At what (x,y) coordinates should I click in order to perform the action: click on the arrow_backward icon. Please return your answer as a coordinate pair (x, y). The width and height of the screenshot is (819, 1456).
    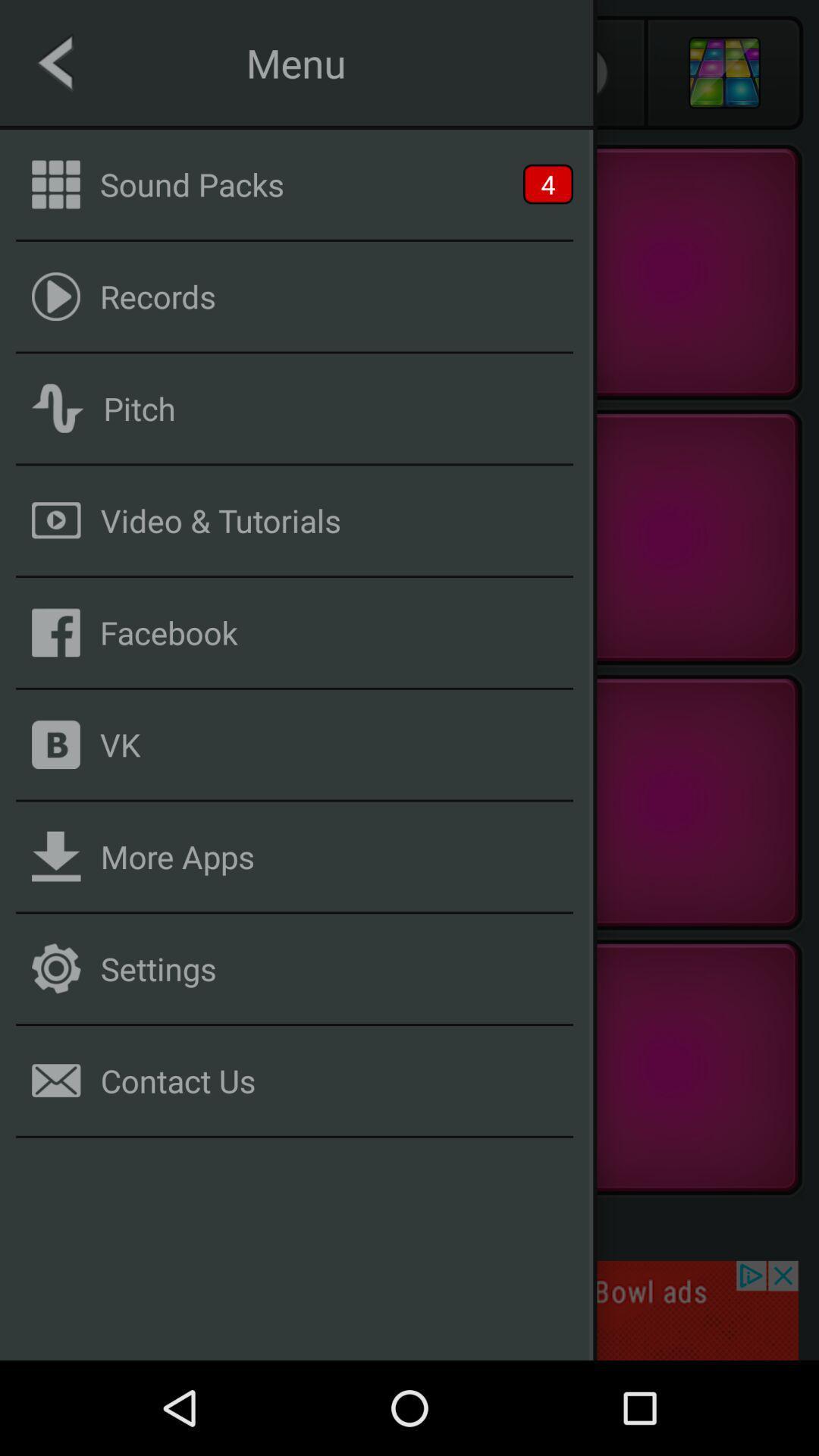
    Looking at the image, I should click on (94, 72).